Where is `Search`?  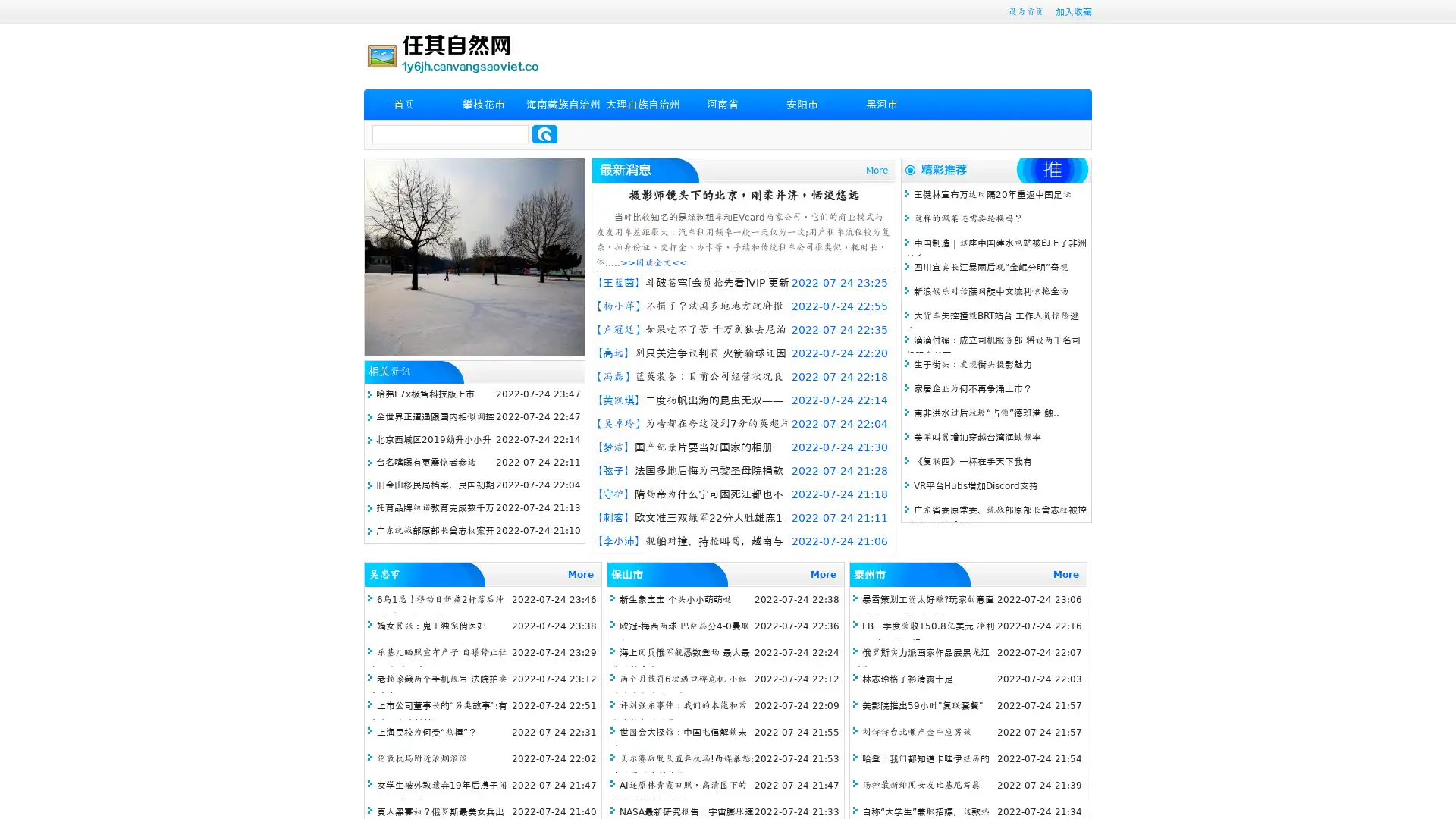
Search is located at coordinates (544, 133).